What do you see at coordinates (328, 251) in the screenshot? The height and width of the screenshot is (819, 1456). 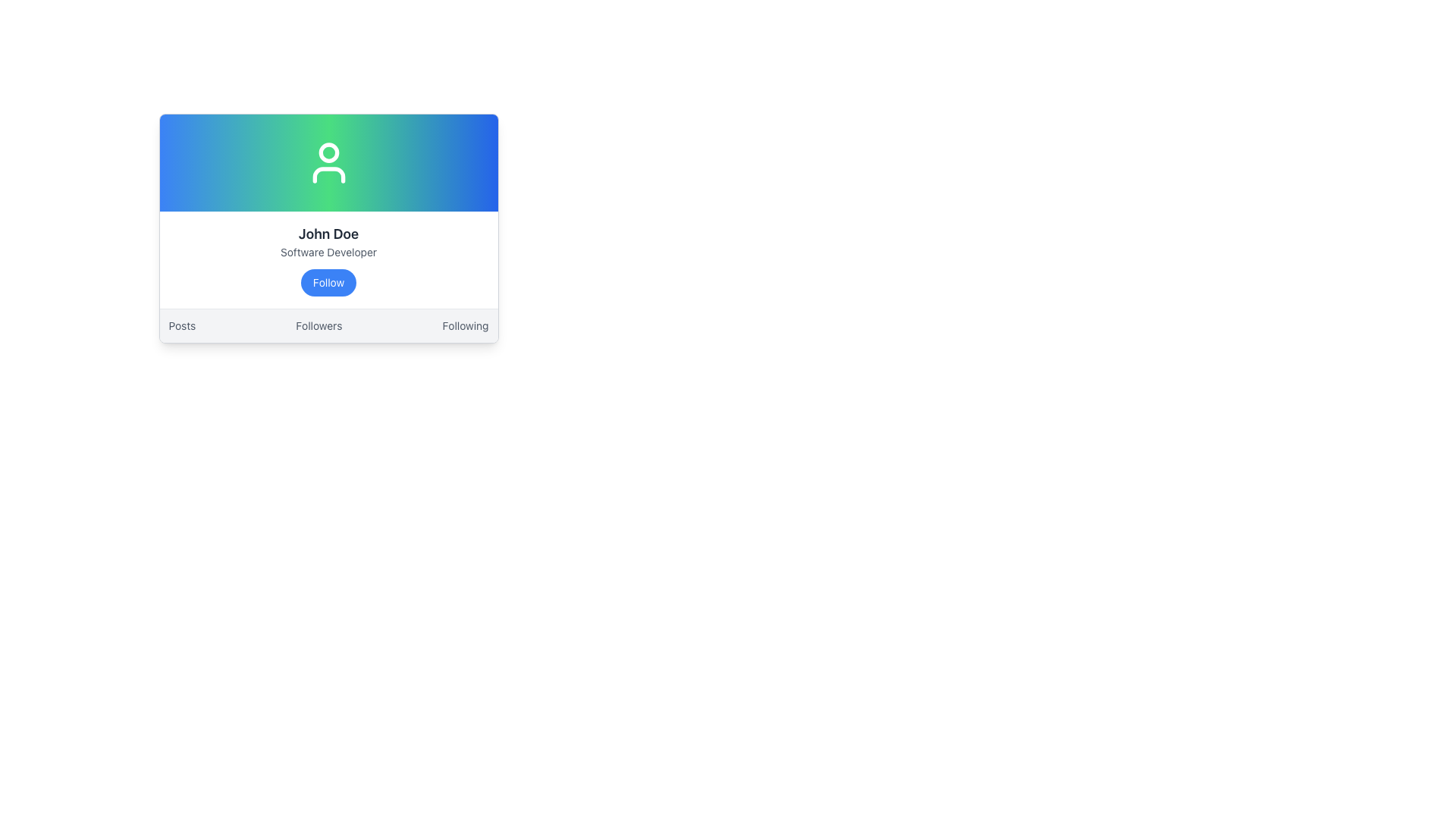 I see `the text label displaying 'Software Developer', which is located below the name 'John Doe' and above the blue 'Follow' button in the user card interface` at bounding box center [328, 251].